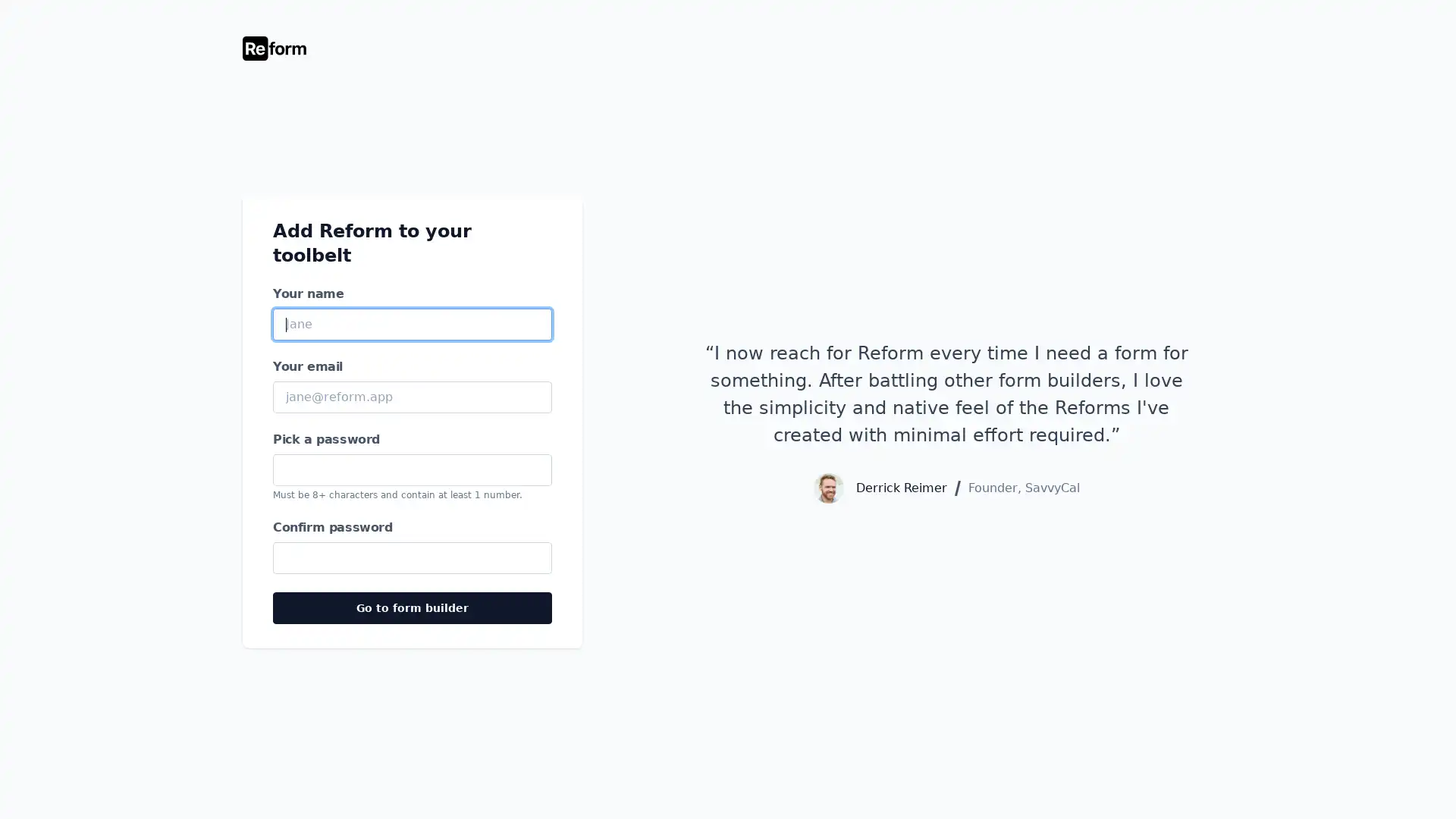 The height and width of the screenshot is (819, 1456). I want to click on Go to form builder, so click(412, 607).